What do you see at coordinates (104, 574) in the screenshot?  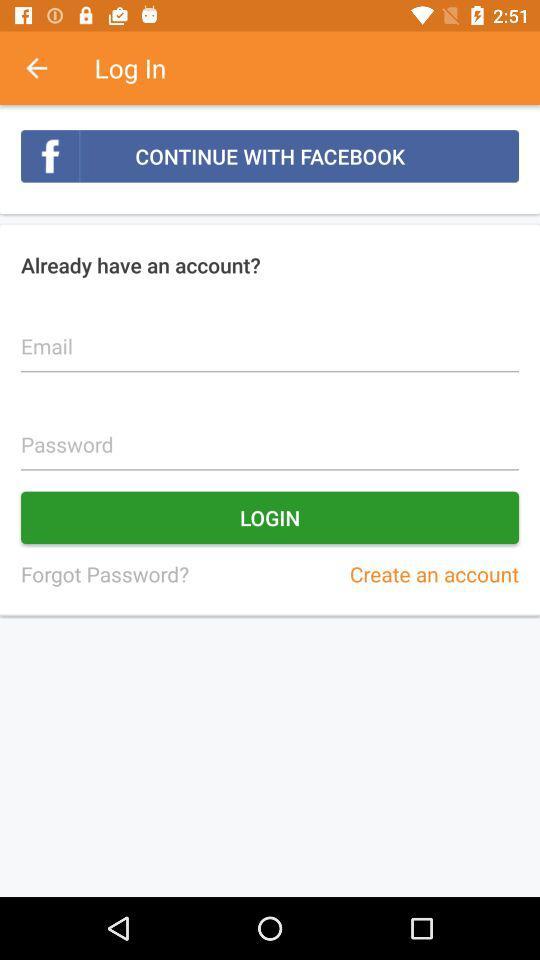 I see `the forgot password? icon` at bounding box center [104, 574].